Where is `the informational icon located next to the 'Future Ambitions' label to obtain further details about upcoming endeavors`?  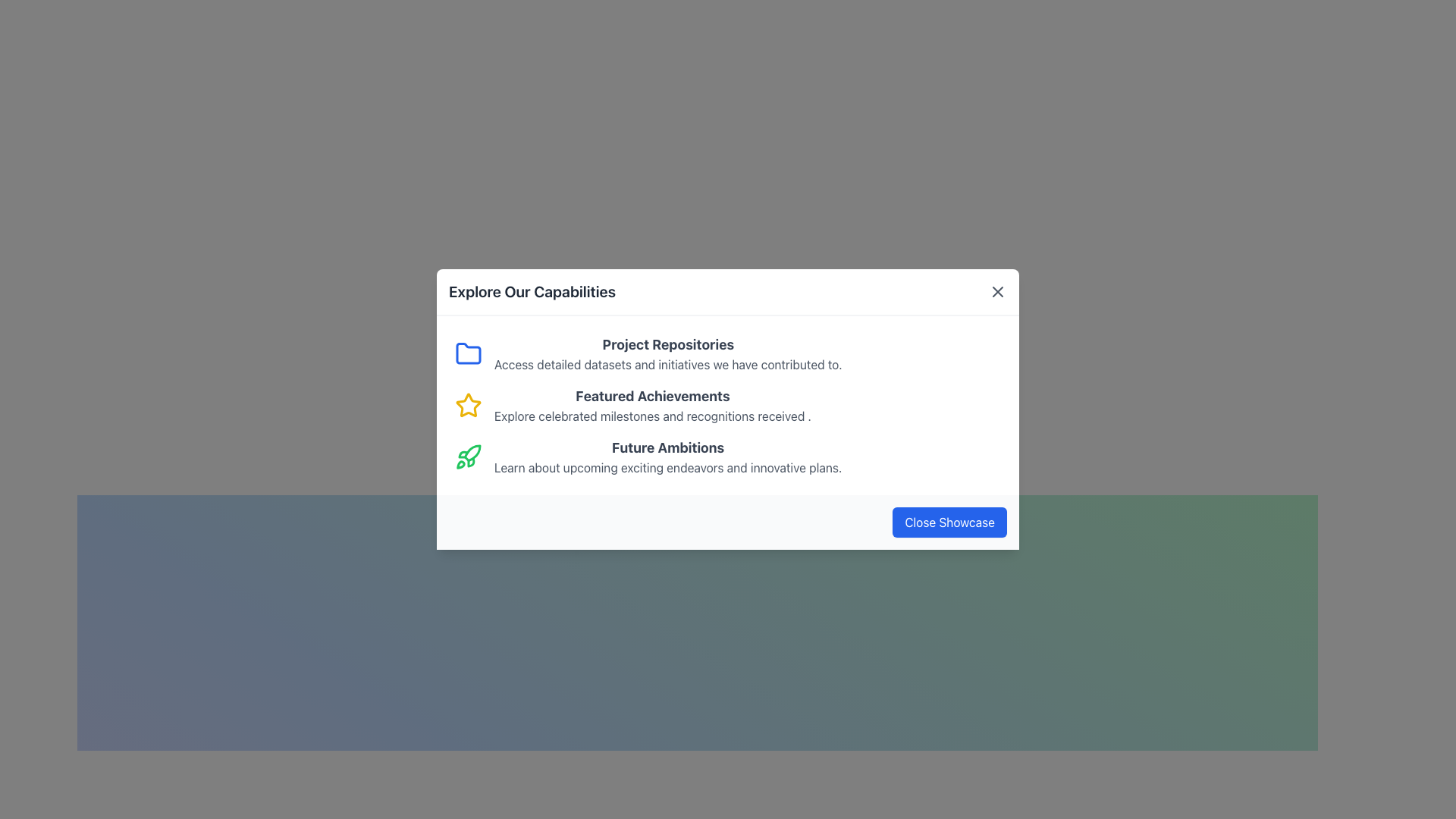 the informational icon located next to the 'Future Ambitions' label to obtain further details about upcoming endeavors is located at coordinates (667, 456).